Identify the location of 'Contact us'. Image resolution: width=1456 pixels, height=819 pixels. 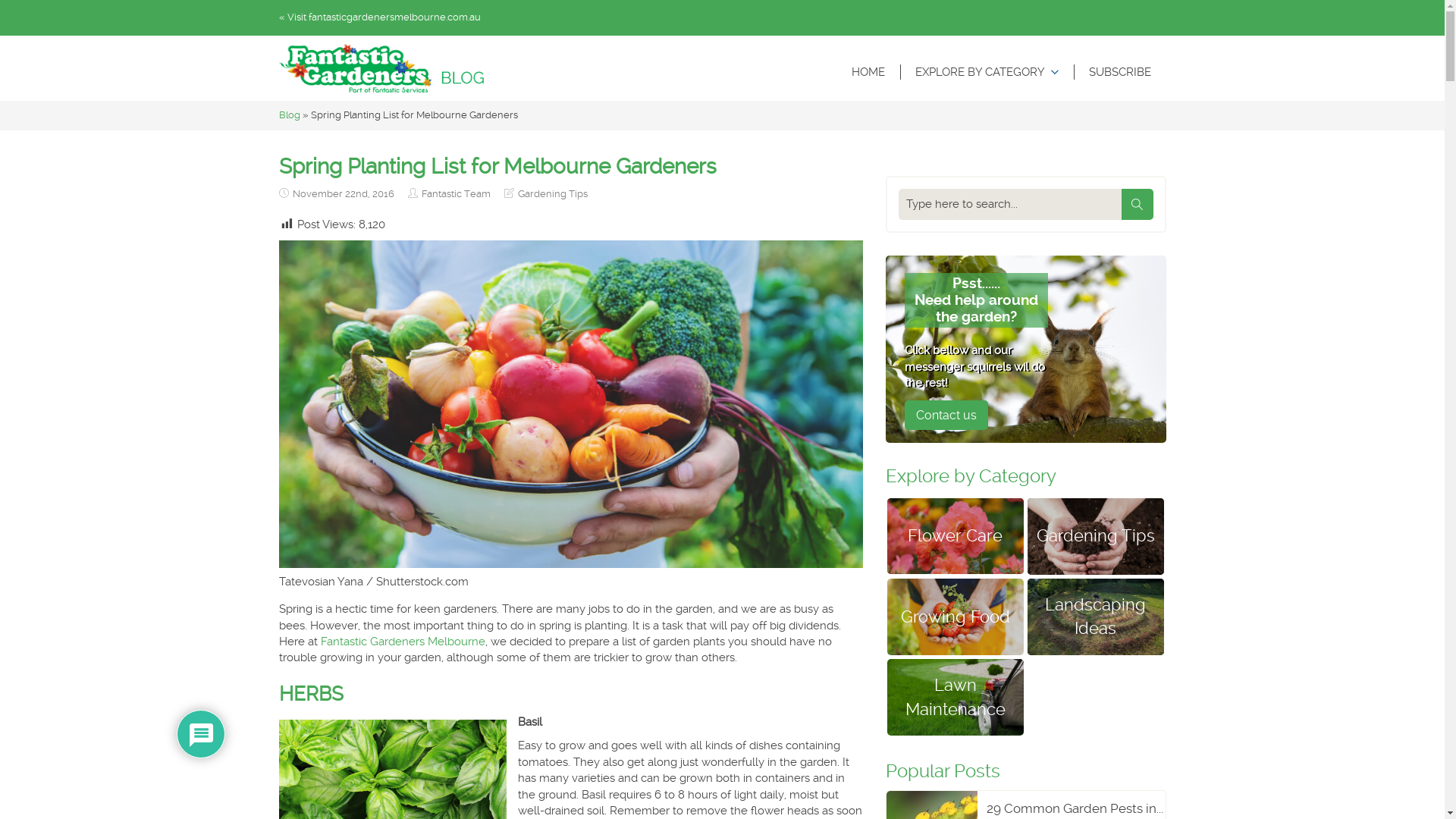
(945, 415).